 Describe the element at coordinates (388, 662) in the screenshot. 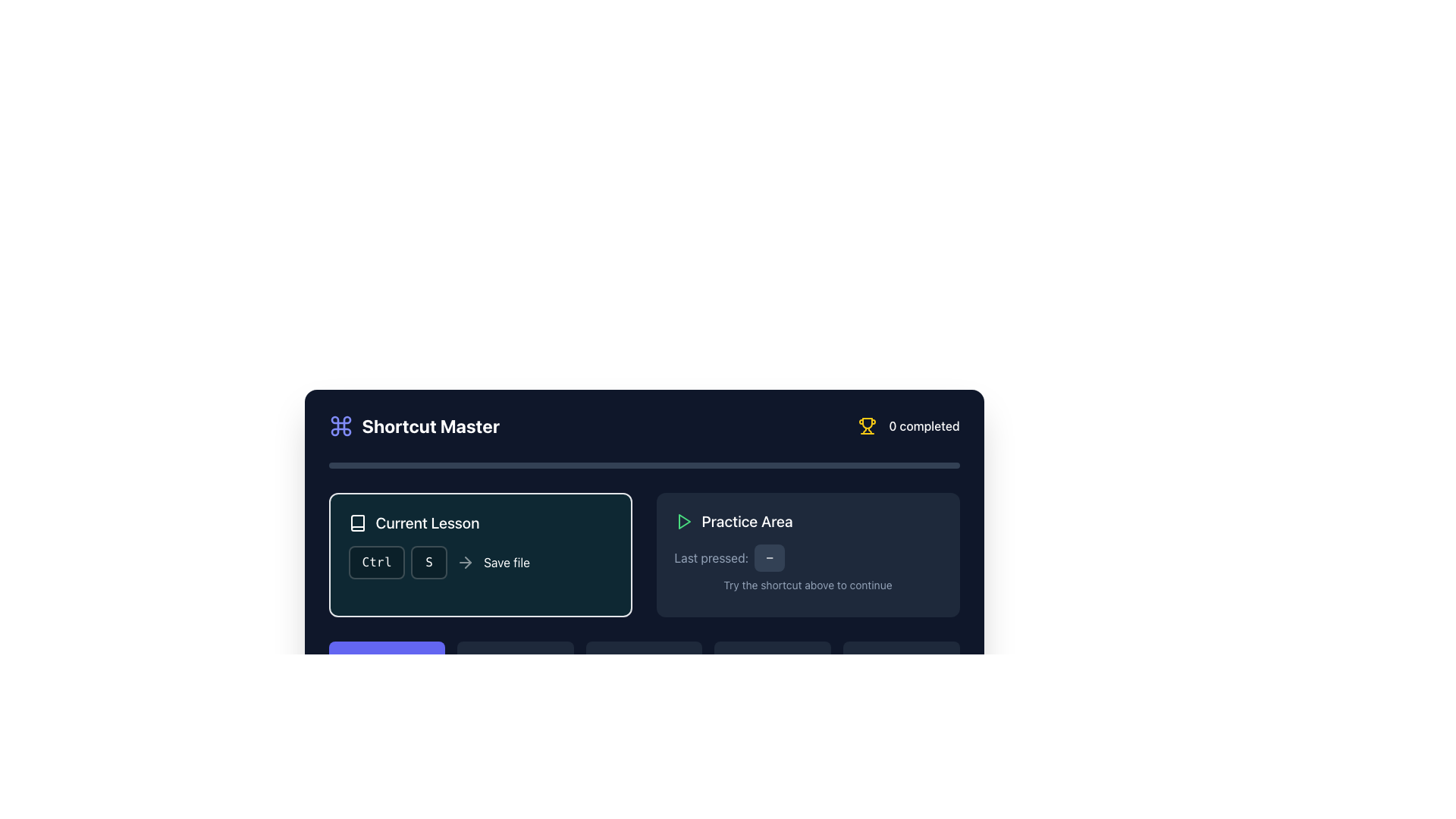

I see `the triangular SVG element with a thin white stroke, located slightly to the right and below the blue panel labeled 'Current Lesson'` at that location.